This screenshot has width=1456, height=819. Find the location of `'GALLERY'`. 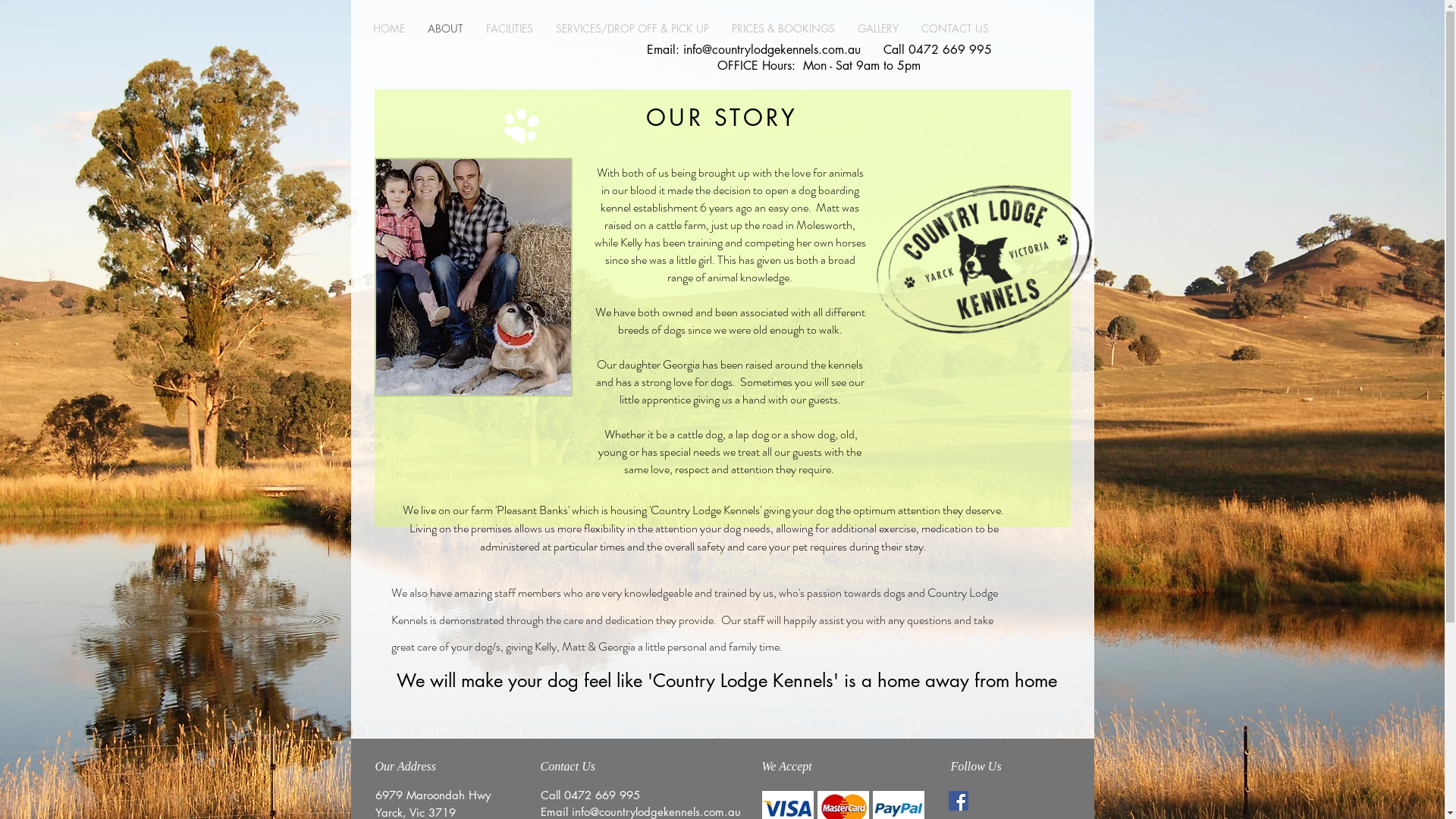

'GALLERY' is located at coordinates (877, 29).